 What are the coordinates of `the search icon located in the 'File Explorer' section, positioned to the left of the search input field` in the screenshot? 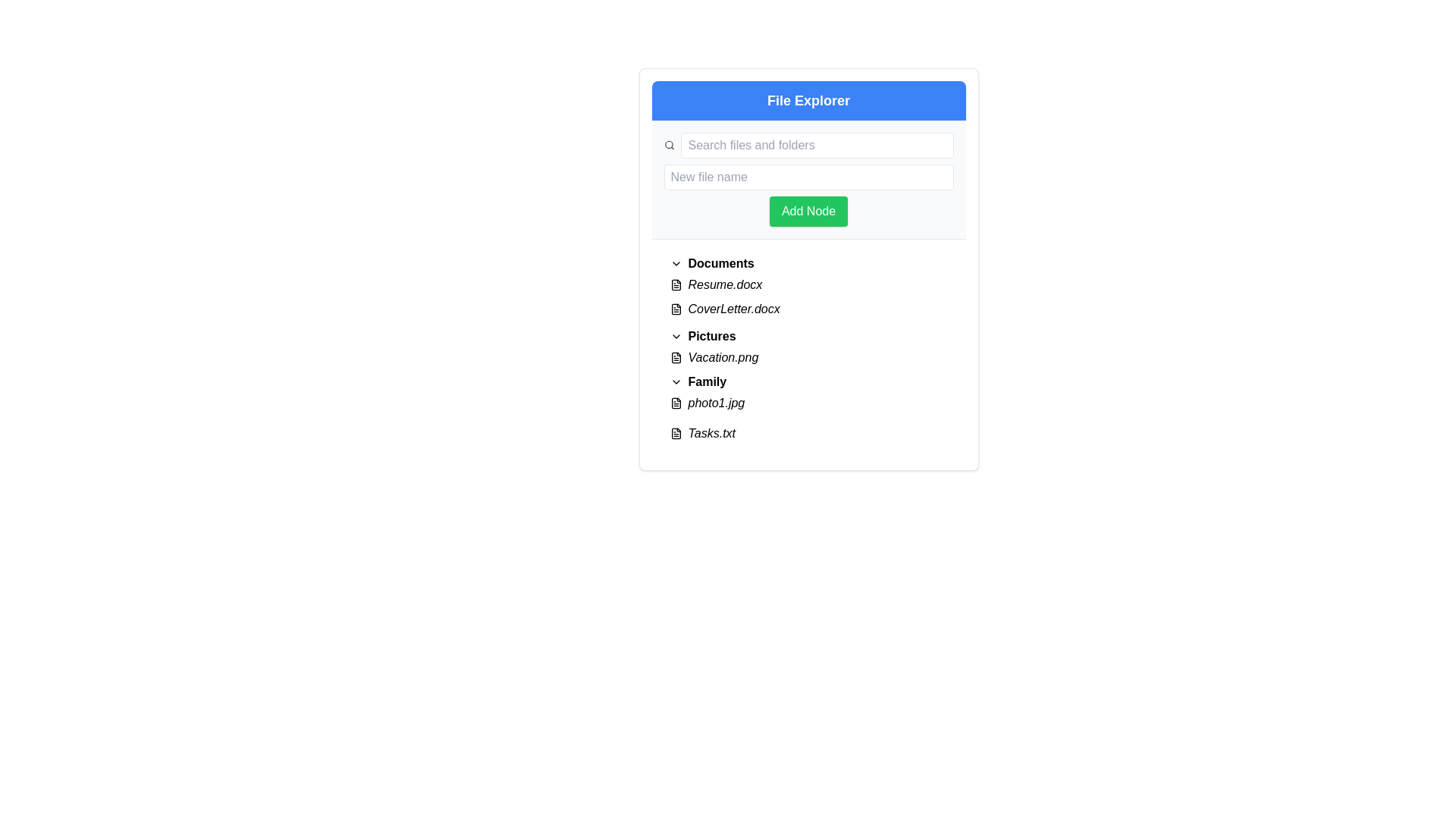 It's located at (669, 146).